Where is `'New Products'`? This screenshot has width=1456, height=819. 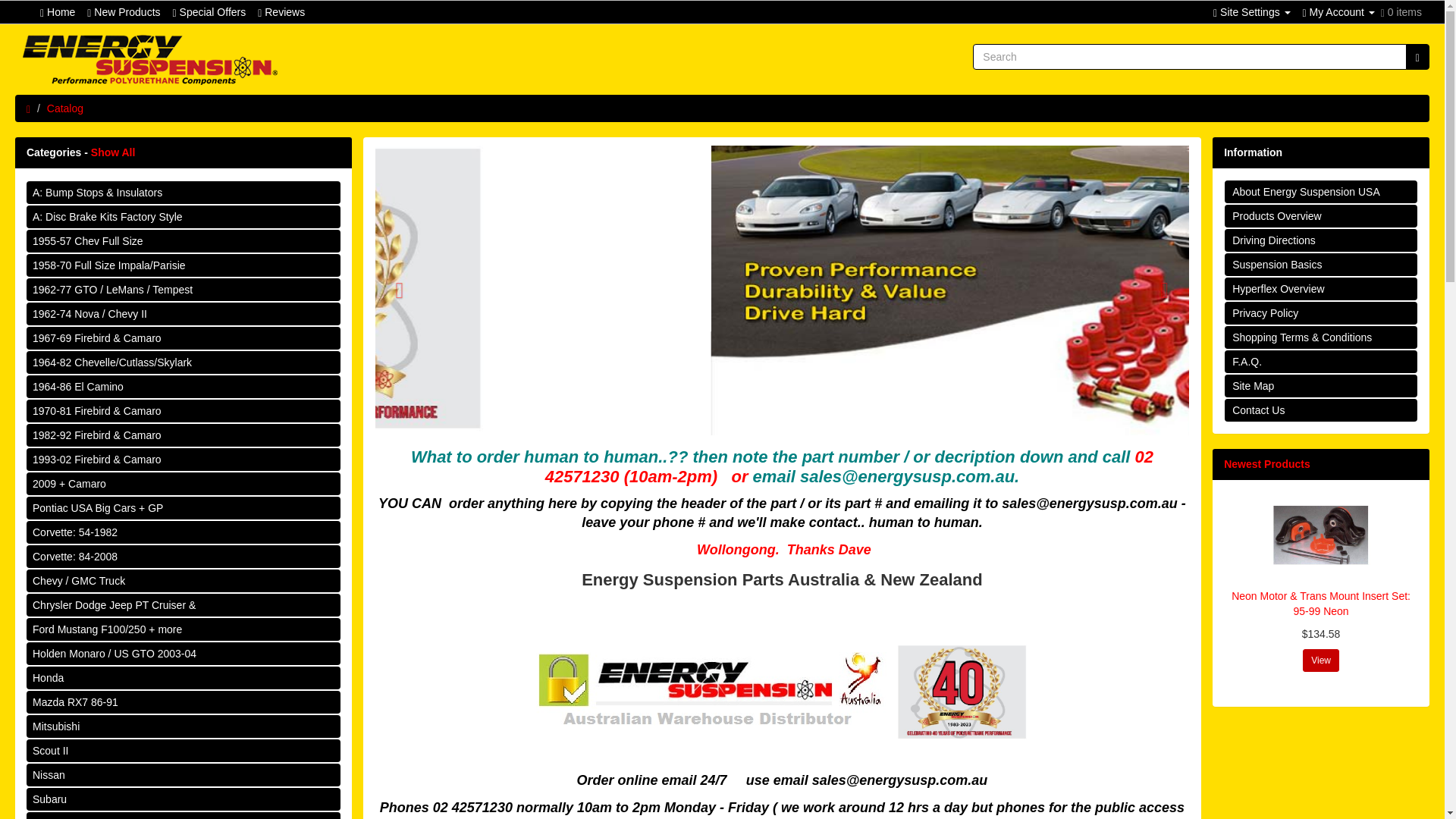
'New Products' is located at coordinates (124, 11).